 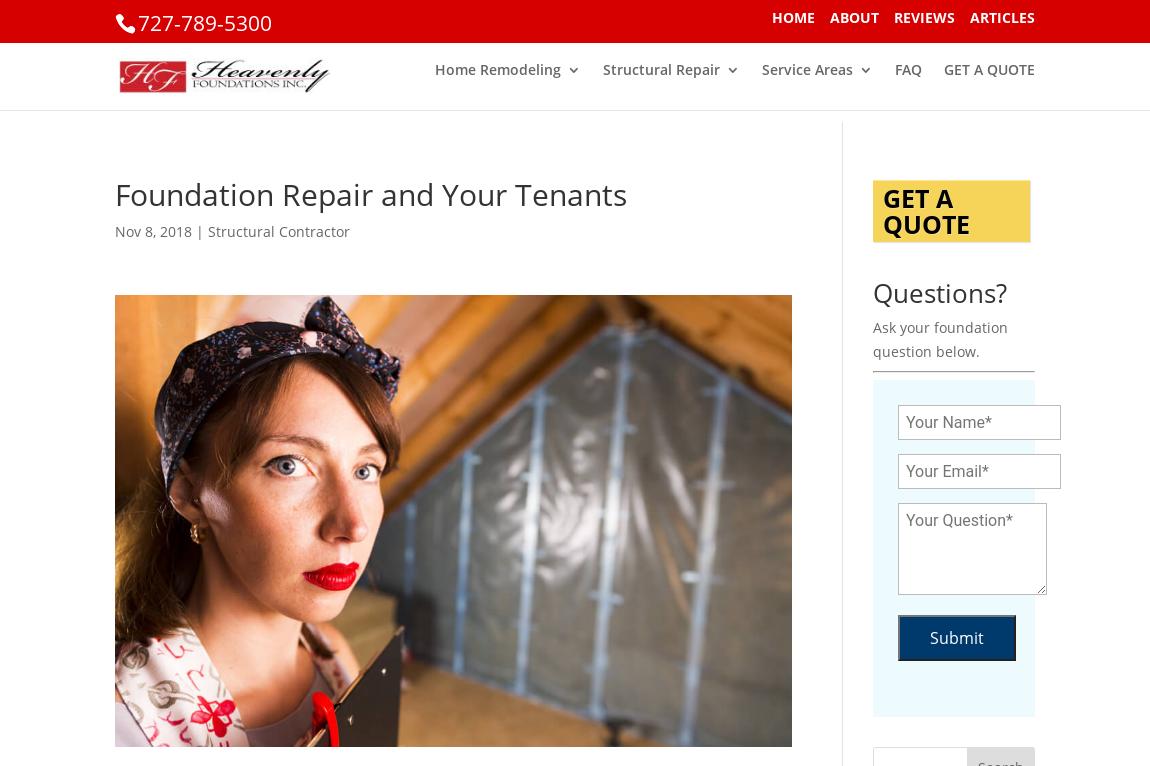 I want to click on 'FAQ', so click(x=908, y=81).